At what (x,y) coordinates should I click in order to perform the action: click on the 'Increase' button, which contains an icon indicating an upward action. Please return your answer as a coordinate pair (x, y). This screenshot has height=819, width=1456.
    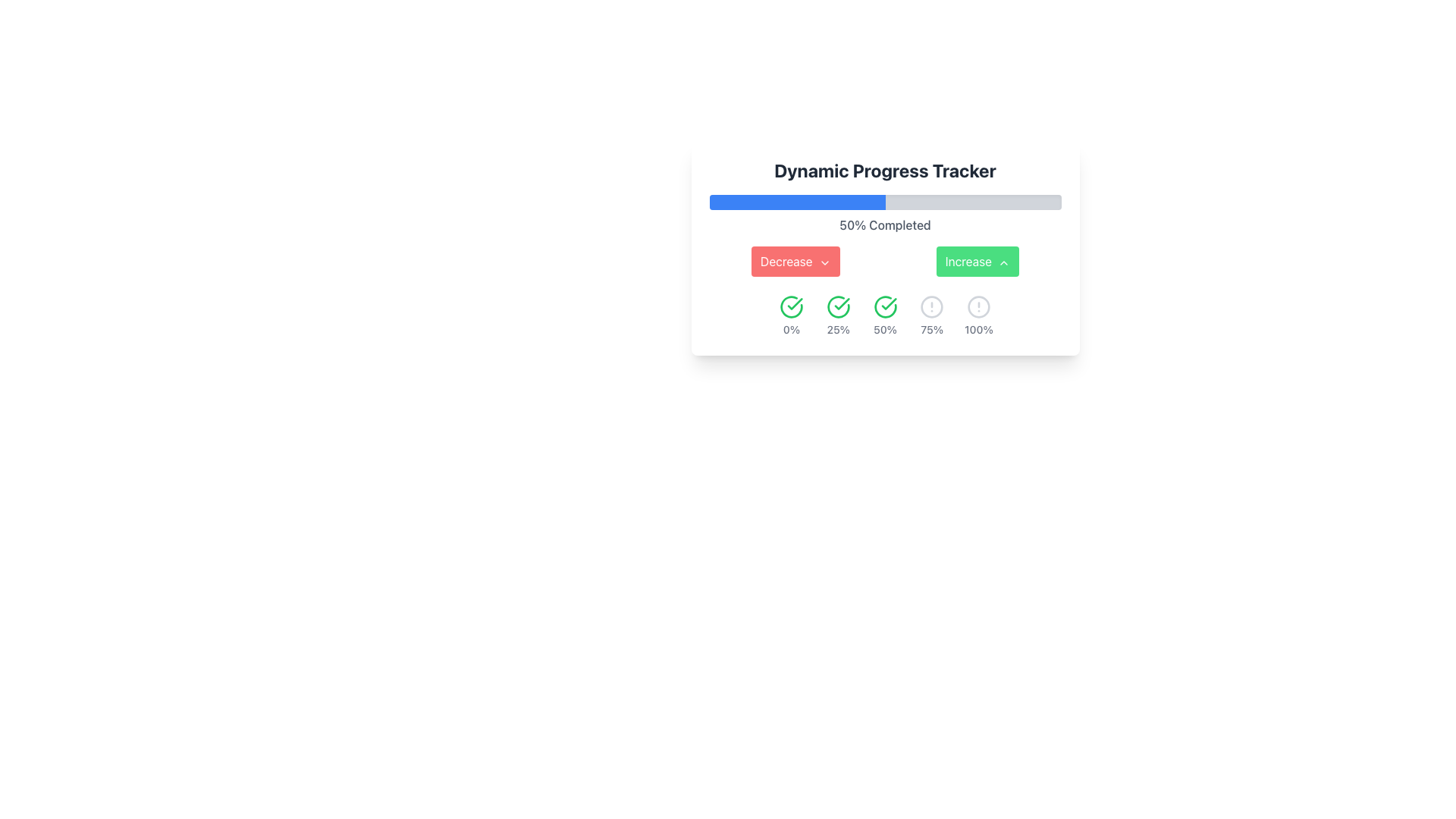
    Looking at the image, I should click on (1004, 262).